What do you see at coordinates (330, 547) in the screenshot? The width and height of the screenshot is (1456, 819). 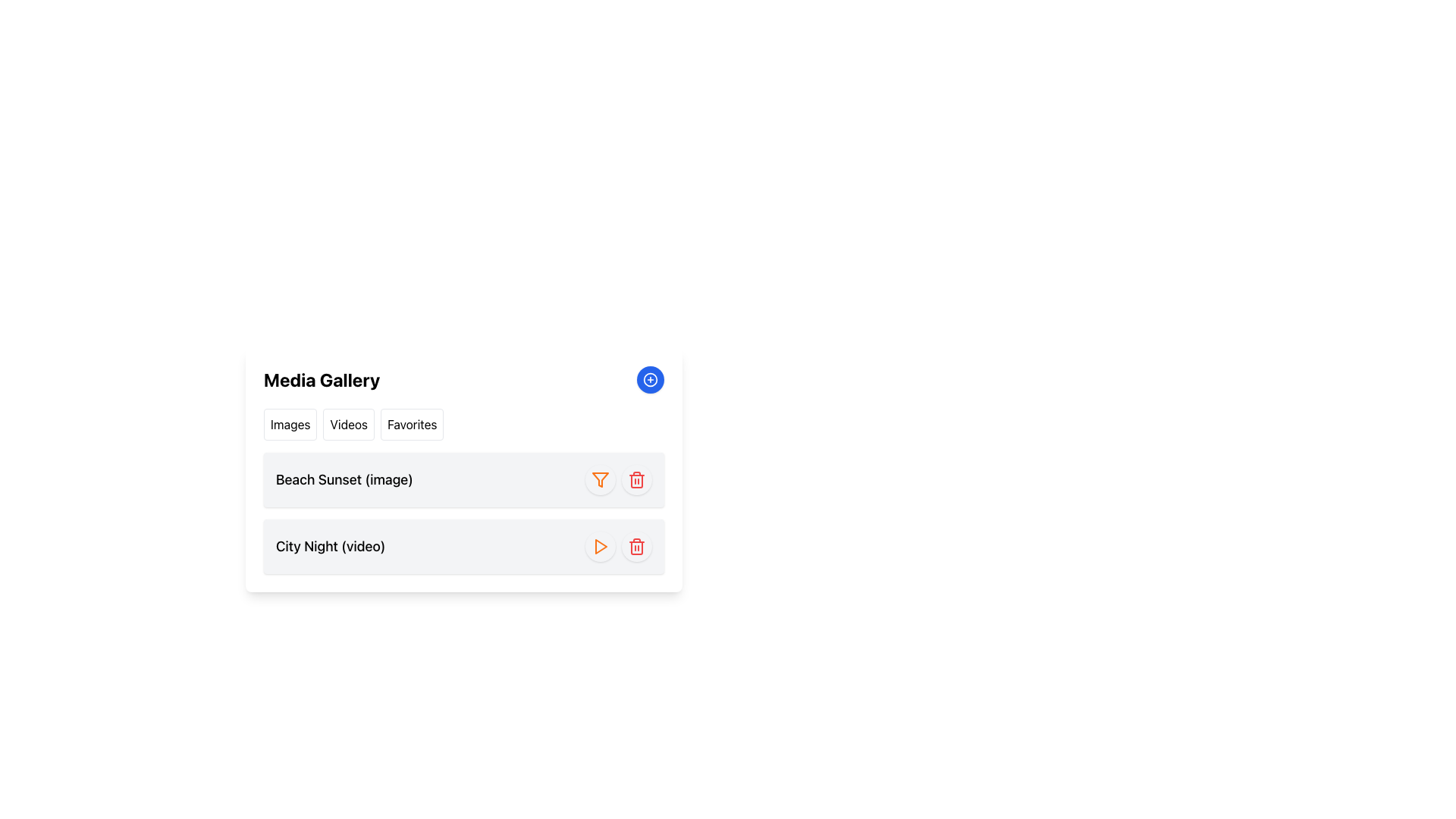 I see `the text label 'City Night (video)', which is the title of the second entry in a media gallery list, located to the left of interactive buttons` at bounding box center [330, 547].